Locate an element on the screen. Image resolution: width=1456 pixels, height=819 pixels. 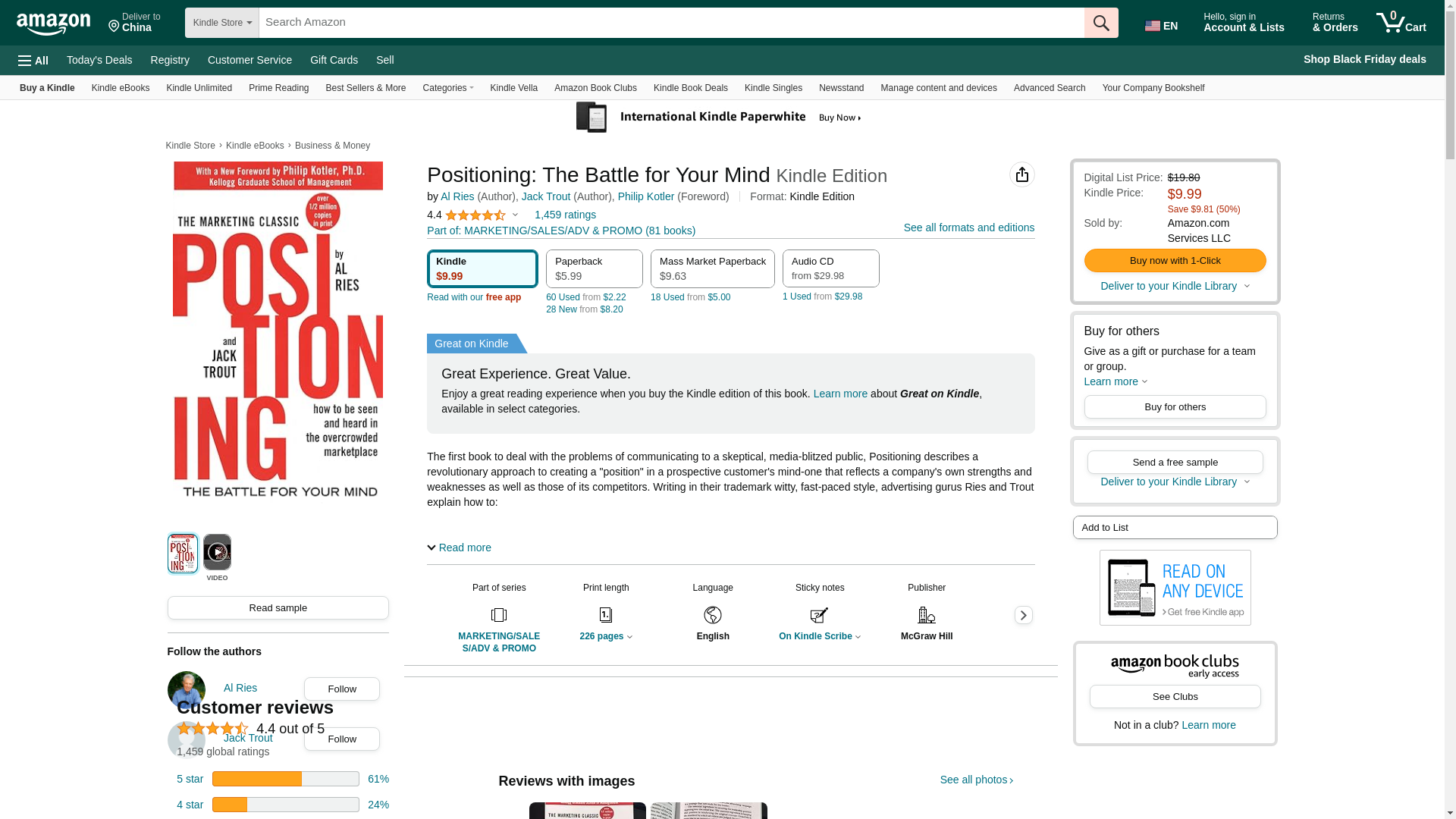
'Manage content and devices' is located at coordinates (938, 87).